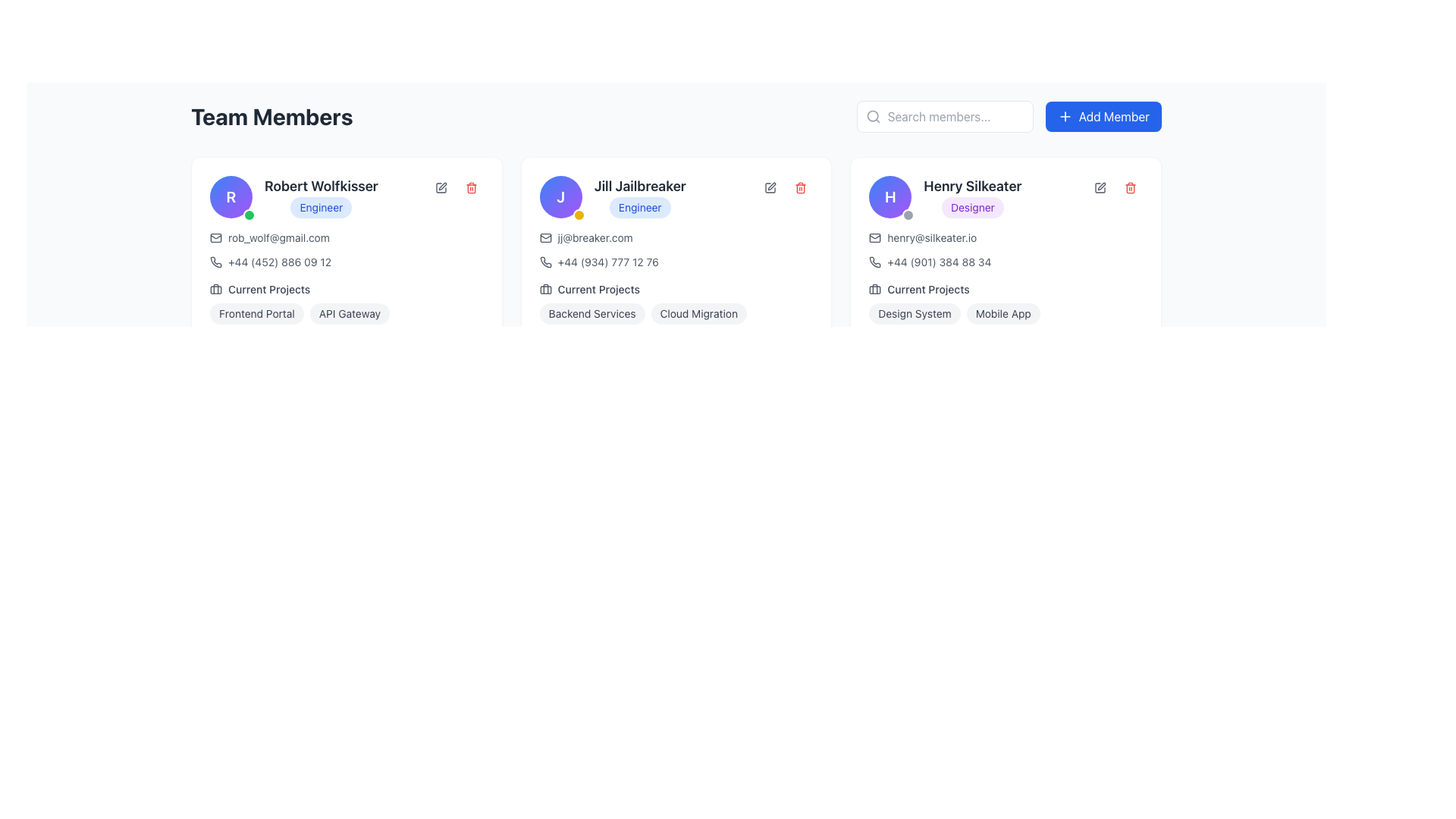 Image resolution: width=1456 pixels, height=819 pixels. Describe the element at coordinates (931, 237) in the screenshot. I see `the mailto hyperlink for 'Henry Silkeater'` at that location.